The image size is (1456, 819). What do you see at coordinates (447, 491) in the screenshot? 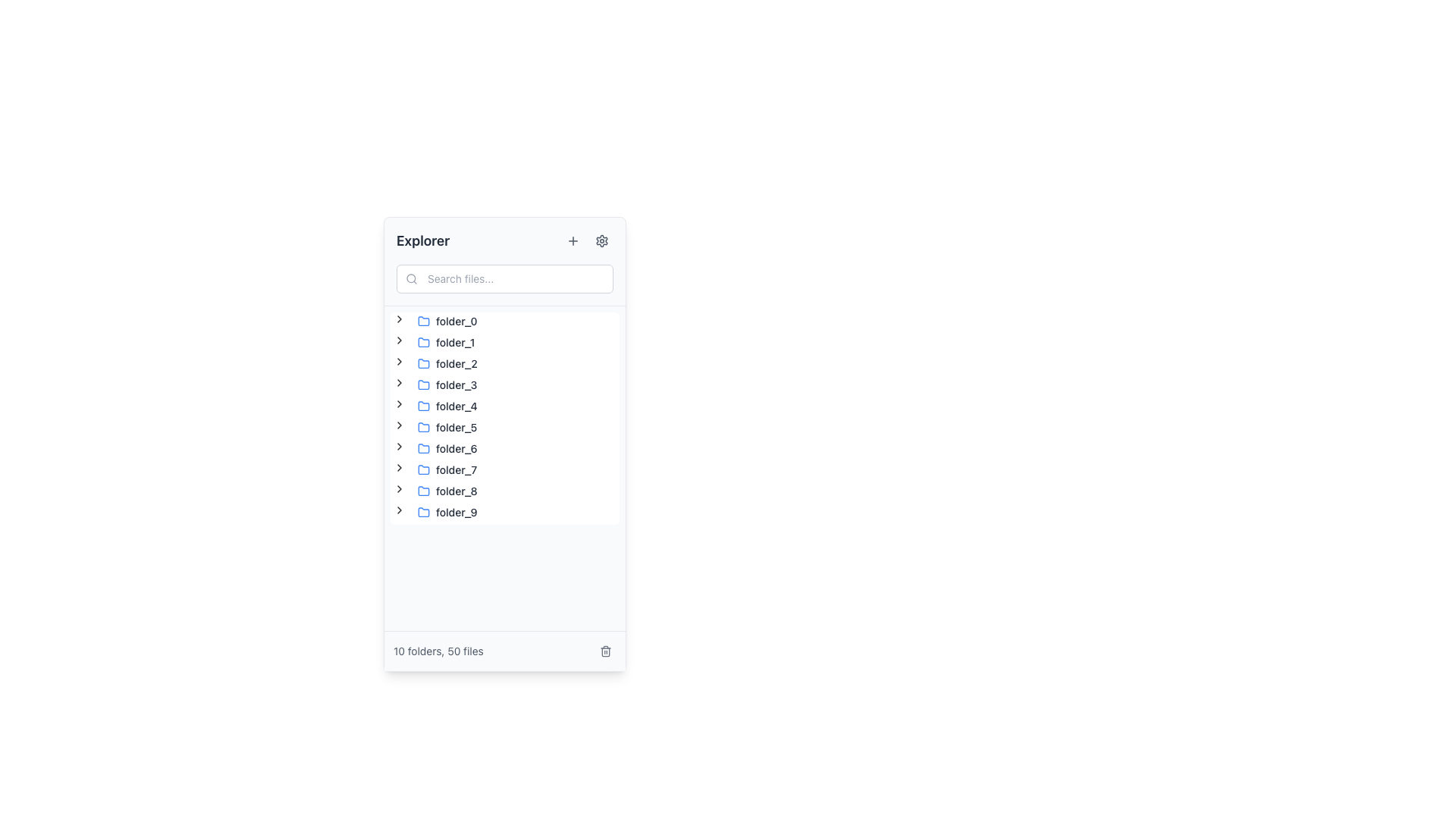
I see `the folder item labeled 'folder_8' in the file explorer for re-positioning or organization` at bounding box center [447, 491].